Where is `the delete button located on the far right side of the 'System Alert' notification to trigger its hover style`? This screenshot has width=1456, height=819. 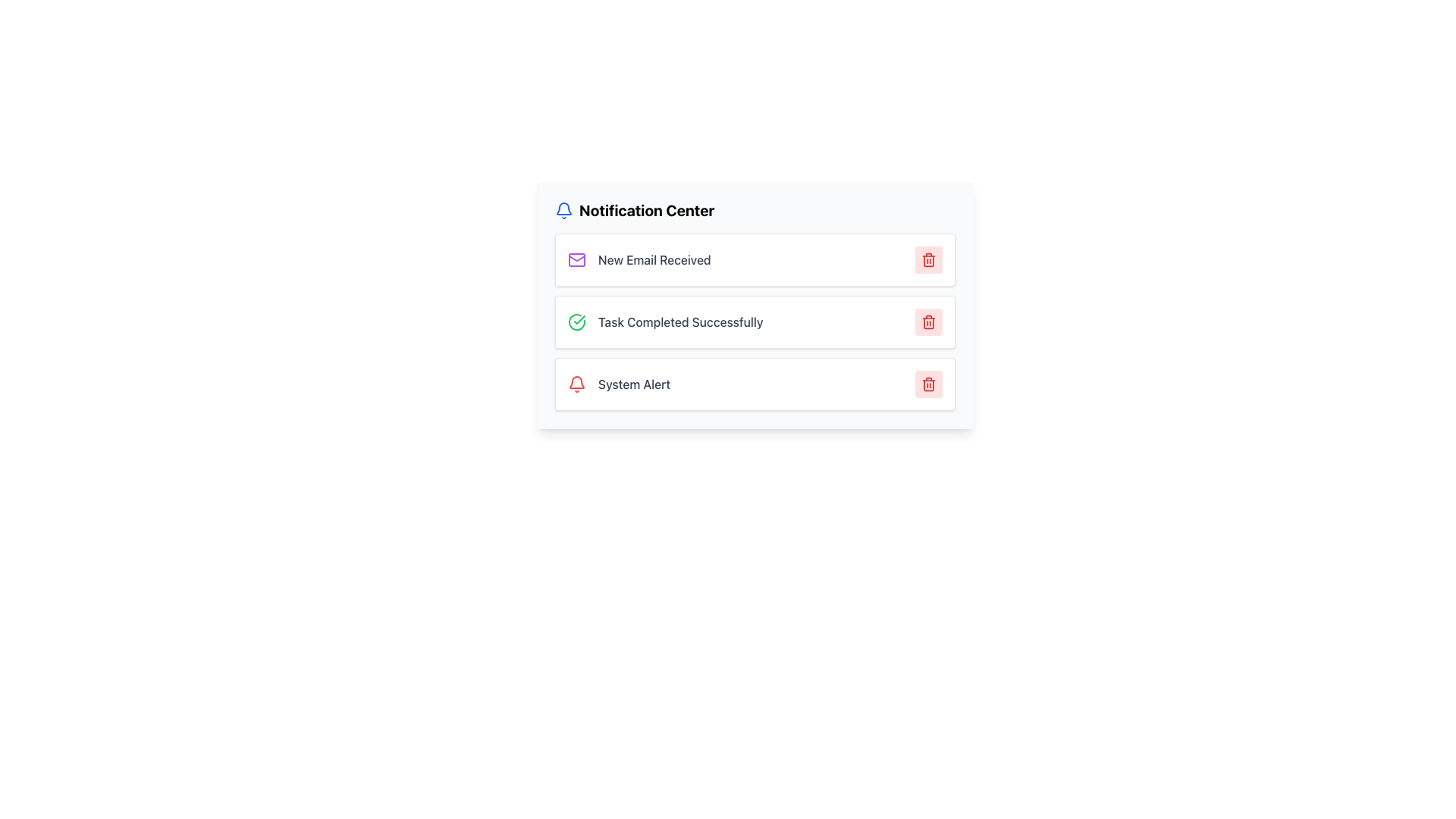
the delete button located on the far right side of the 'System Alert' notification to trigger its hover style is located at coordinates (927, 383).